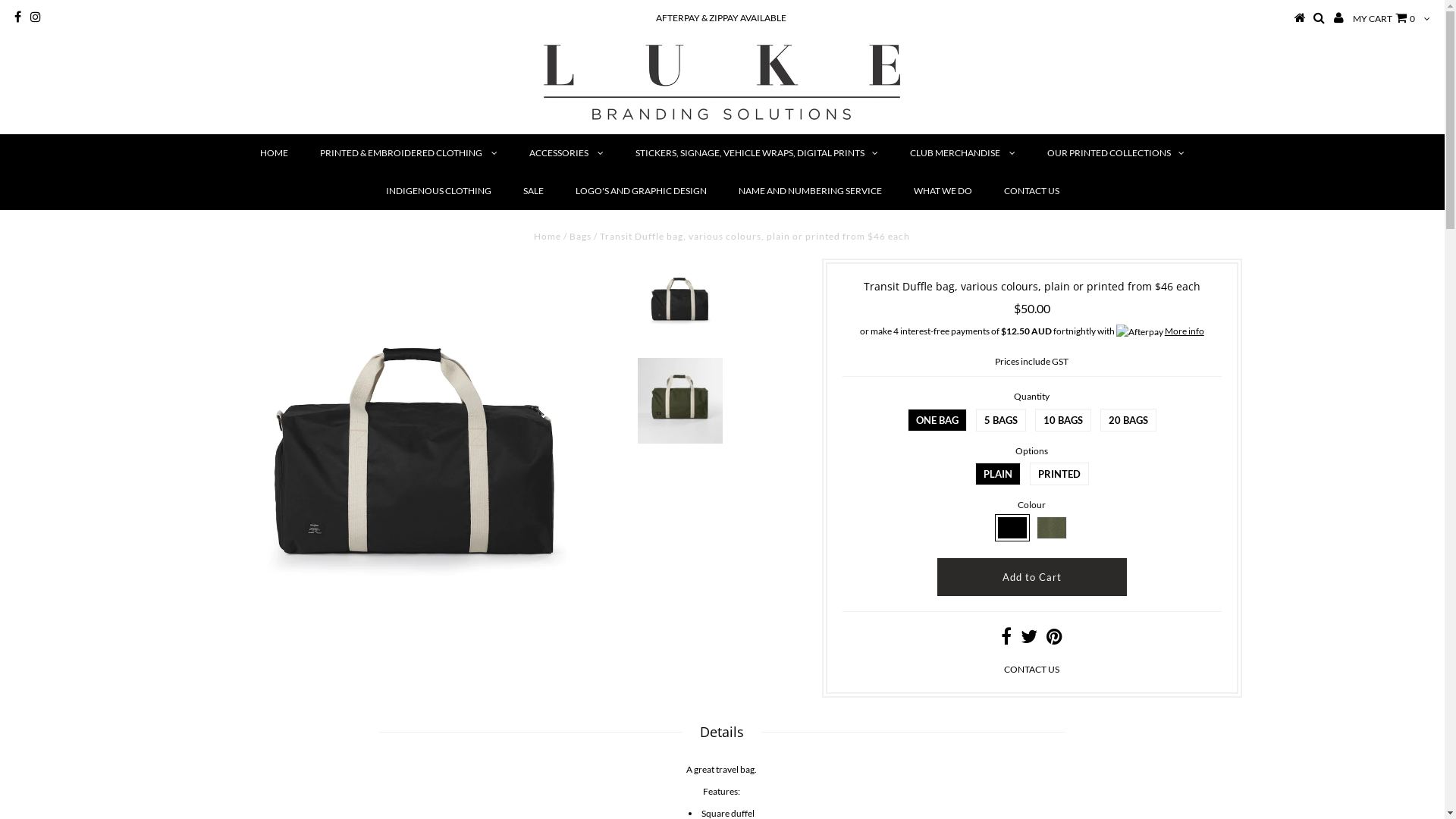 The width and height of the screenshot is (1456, 819). I want to click on 'More info', so click(1159, 331).